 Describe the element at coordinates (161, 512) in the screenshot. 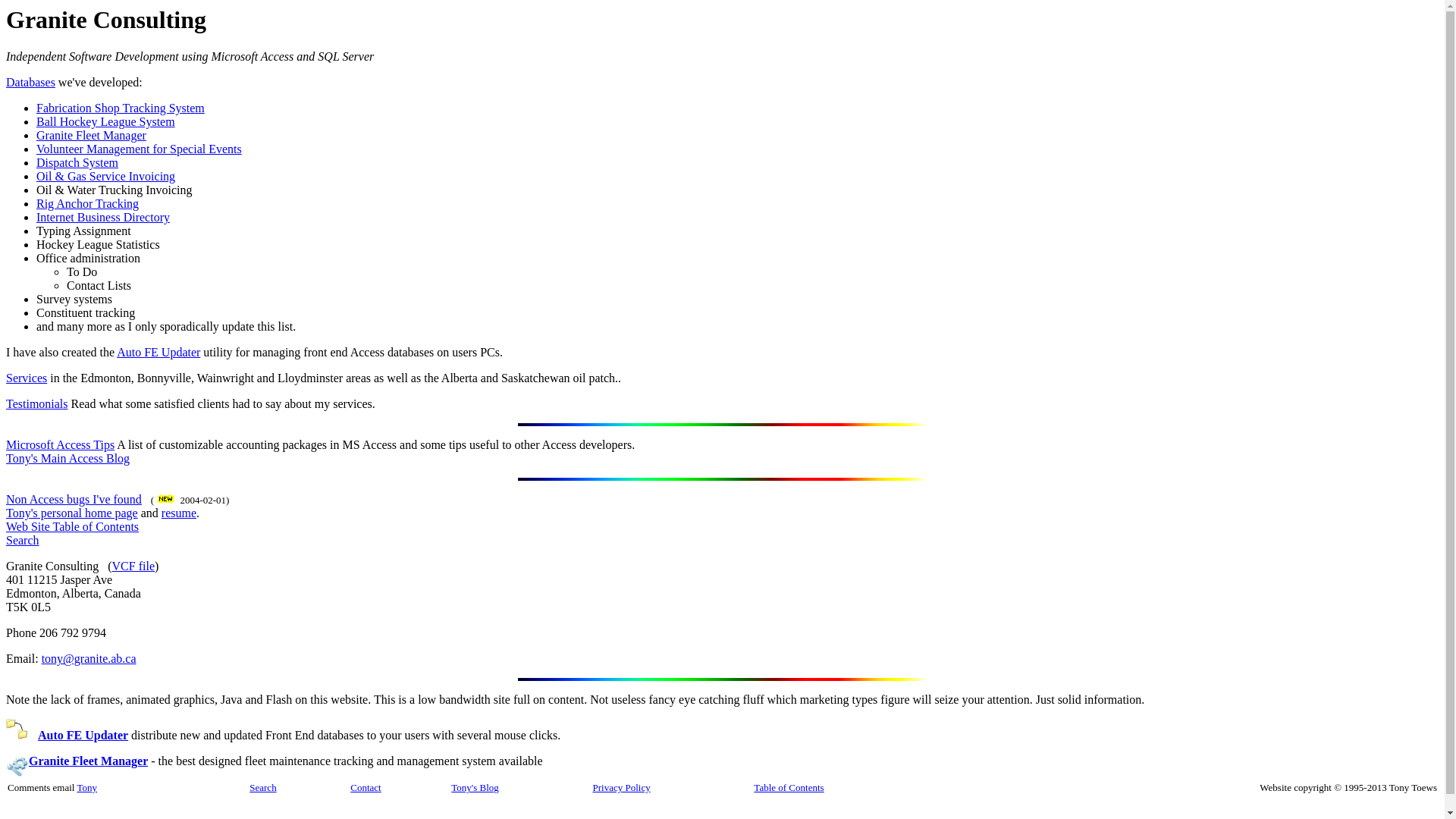

I see `'resume'` at that location.